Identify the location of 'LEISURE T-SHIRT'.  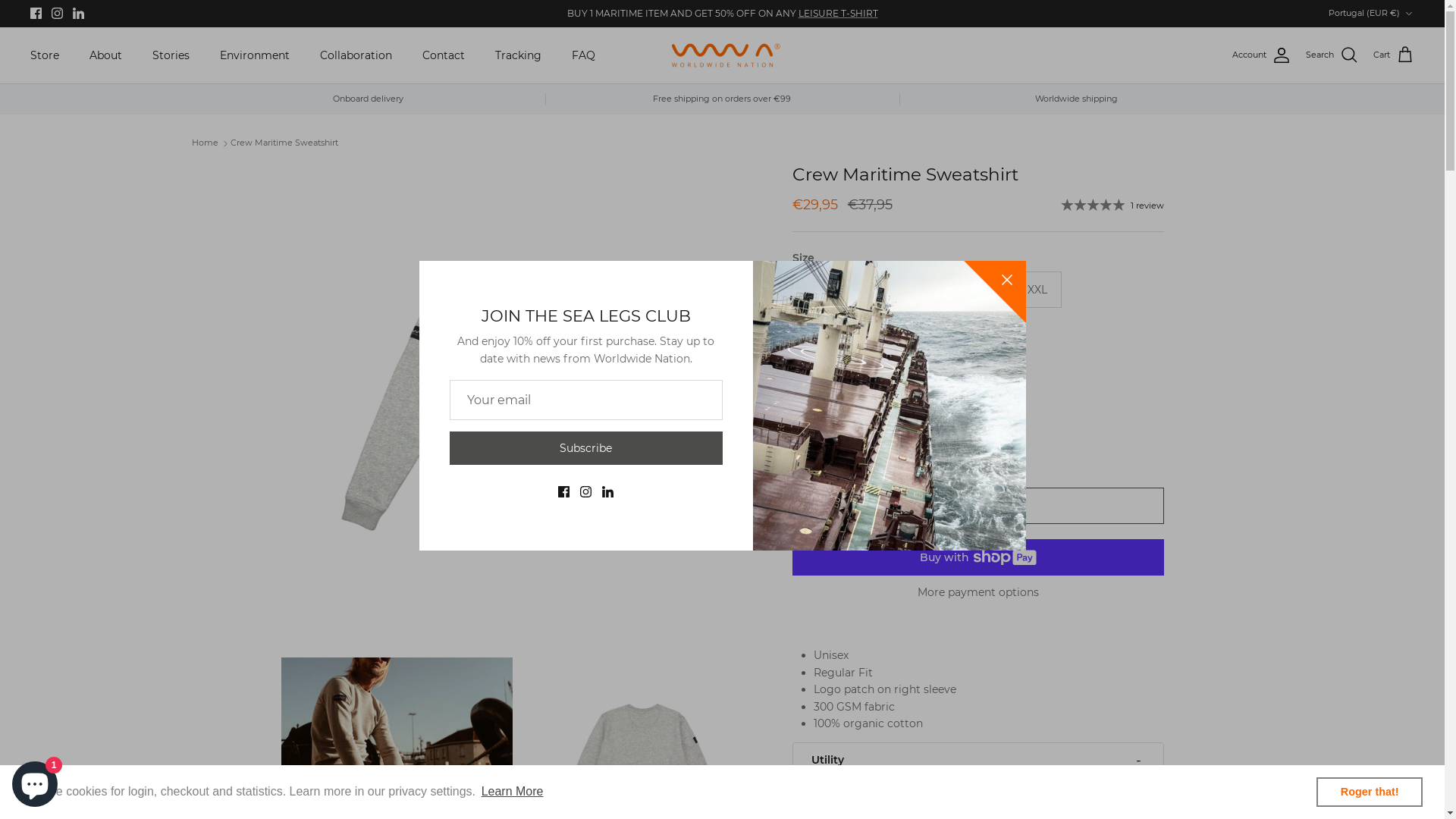
(796, 13).